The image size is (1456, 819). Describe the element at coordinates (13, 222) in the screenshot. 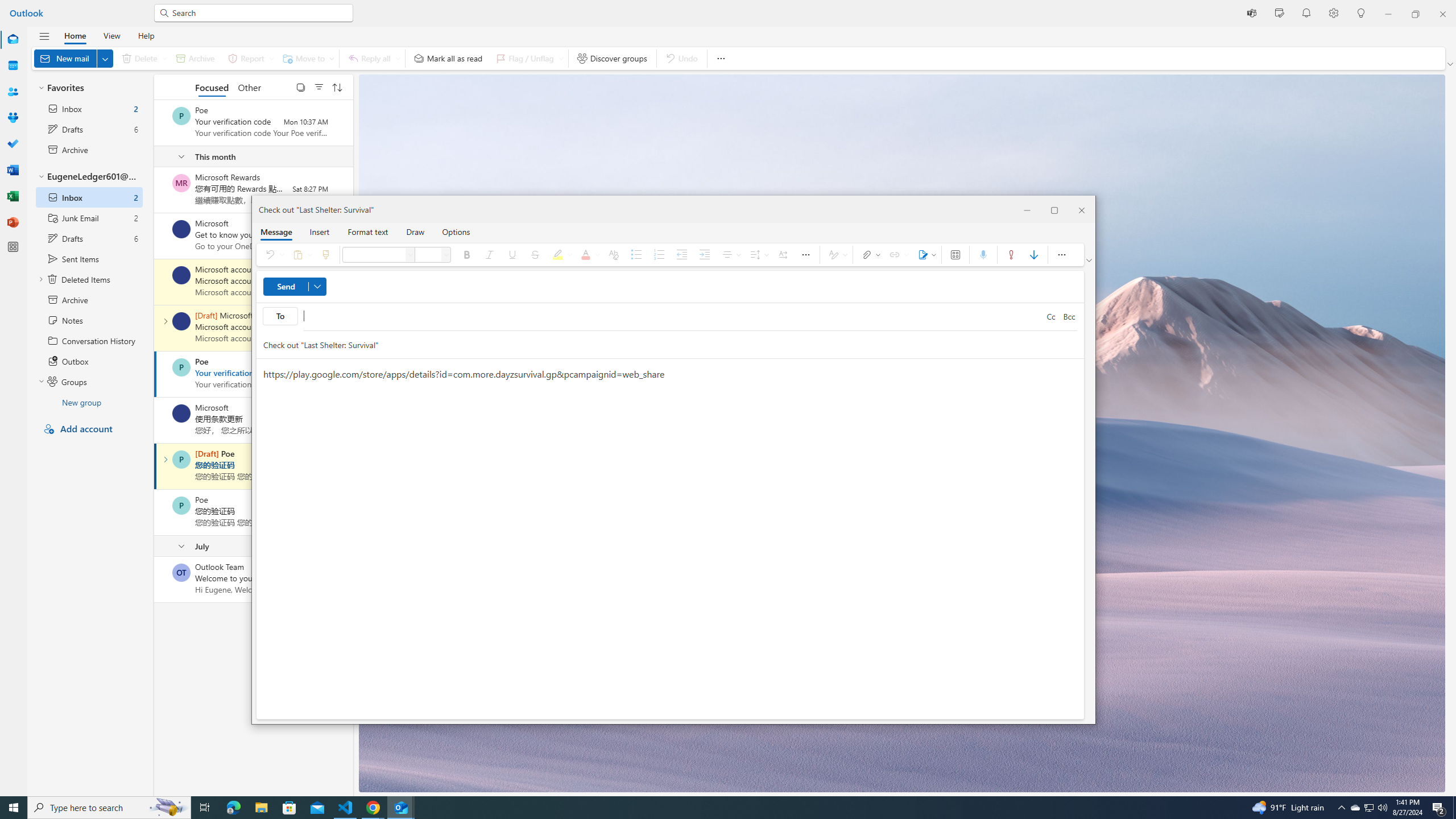

I see `'PowerPoint'` at that location.